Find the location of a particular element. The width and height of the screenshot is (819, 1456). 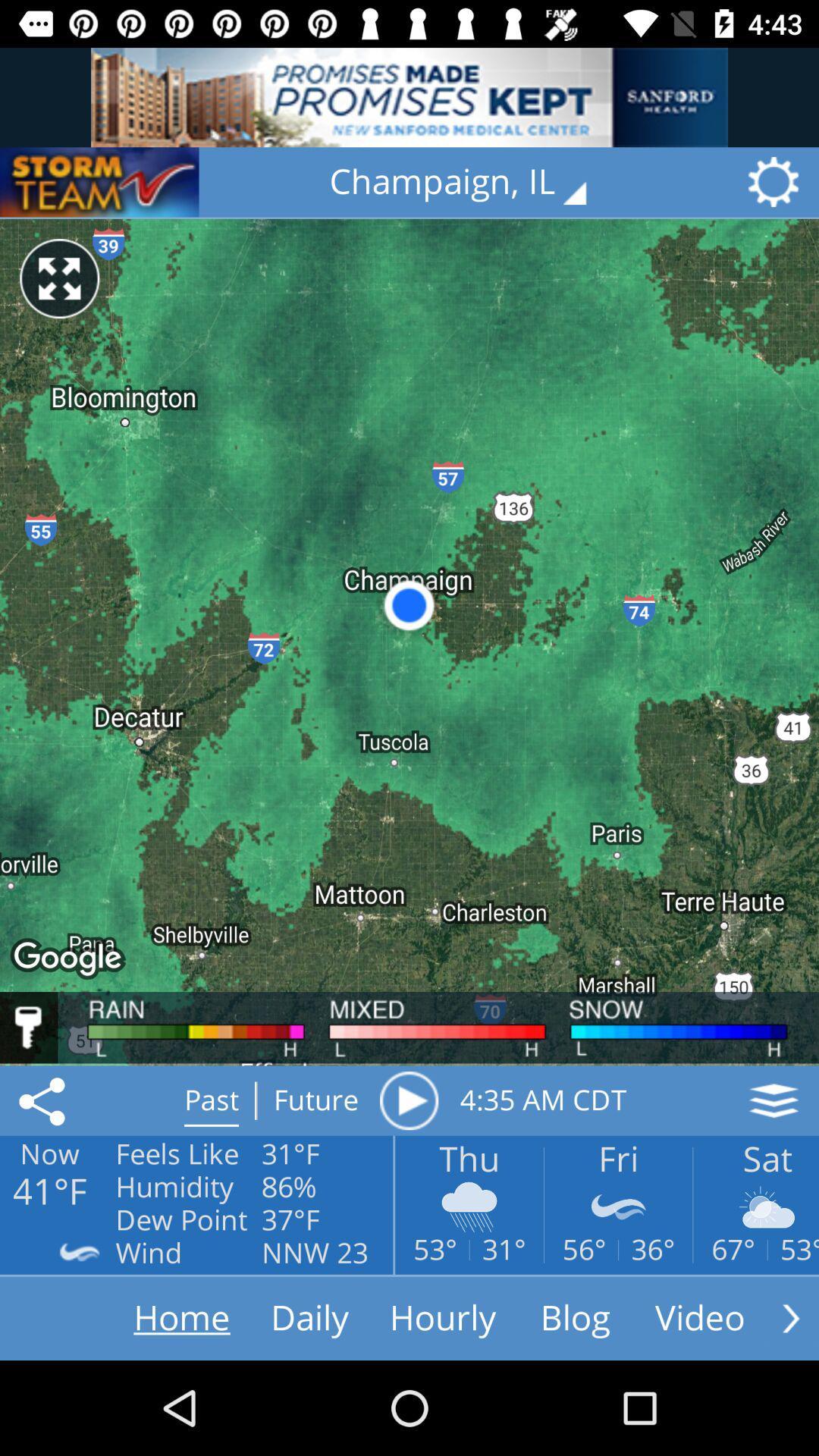

the share icon is located at coordinates (44, 1100).